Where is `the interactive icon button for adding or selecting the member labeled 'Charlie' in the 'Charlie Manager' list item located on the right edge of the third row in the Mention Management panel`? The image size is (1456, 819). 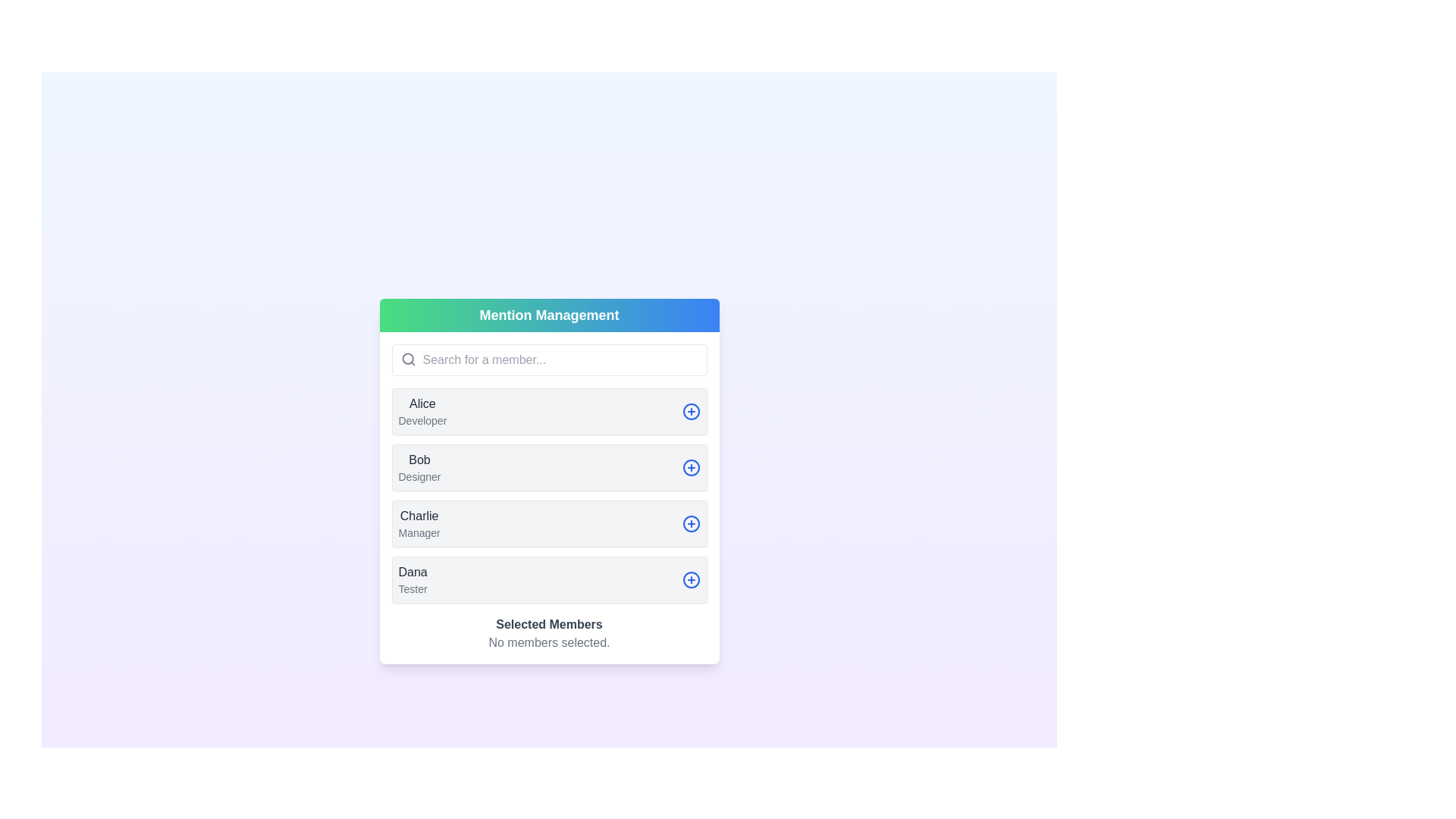
the interactive icon button for adding or selecting the member labeled 'Charlie' in the 'Charlie Manager' list item located on the right edge of the third row in the Mention Management panel is located at coordinates (690, 522).